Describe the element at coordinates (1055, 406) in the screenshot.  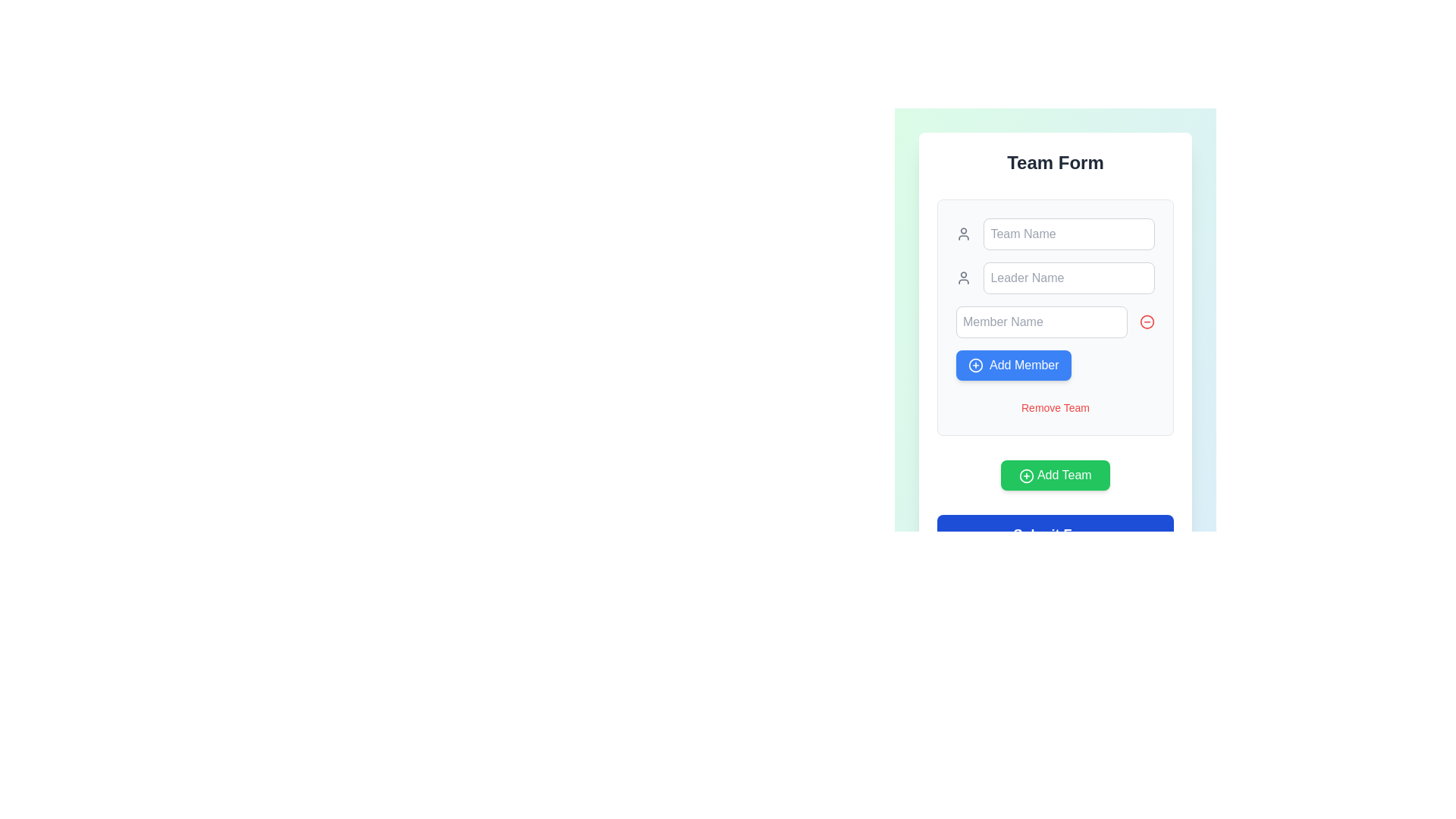
I see `the hyperlink or button-like interactive text that allows the user` at that location.